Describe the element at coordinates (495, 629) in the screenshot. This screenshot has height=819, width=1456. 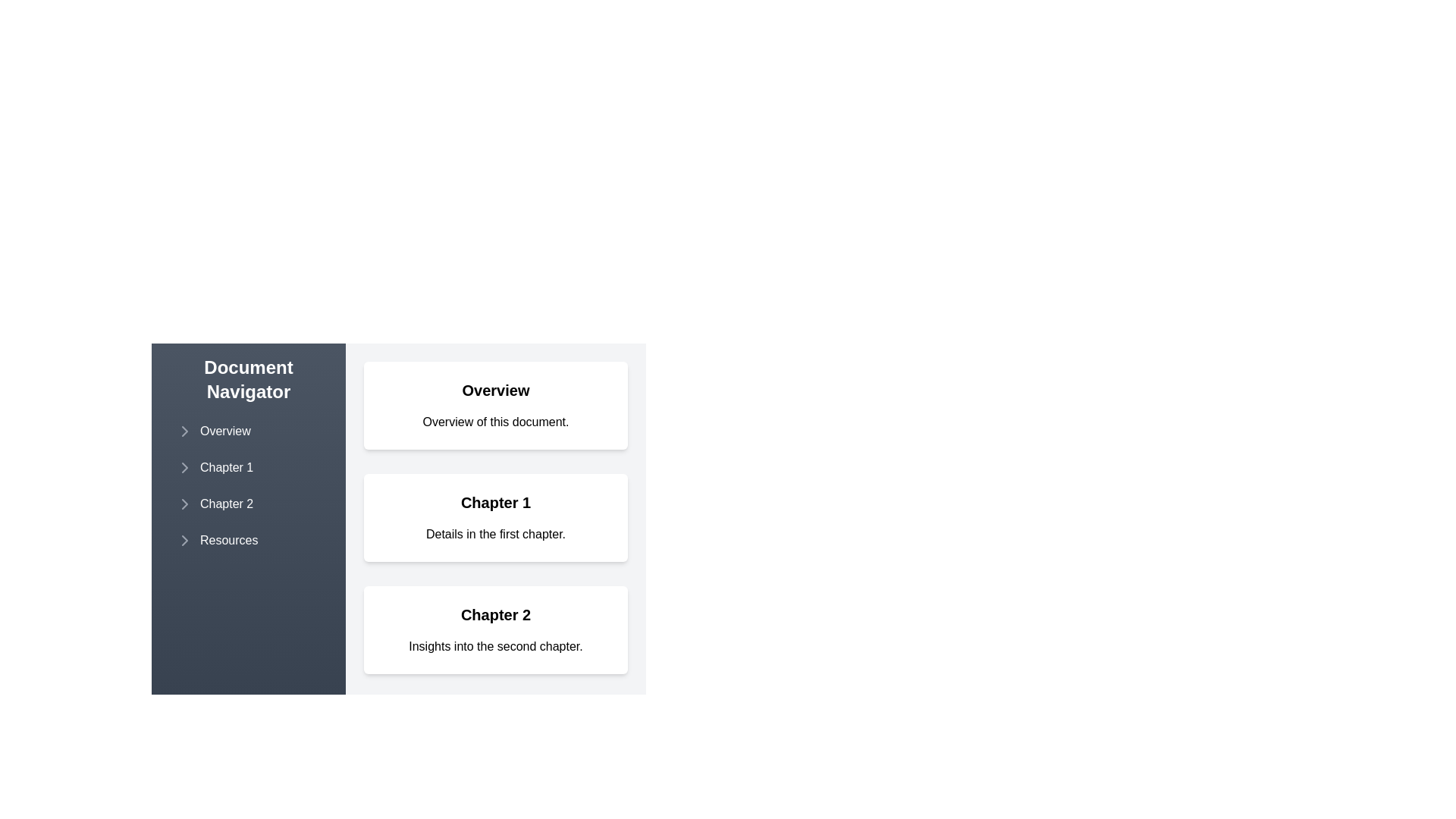
I see `the content summary card for Chapter 2, which is the third card in the vertical stack` at that location.